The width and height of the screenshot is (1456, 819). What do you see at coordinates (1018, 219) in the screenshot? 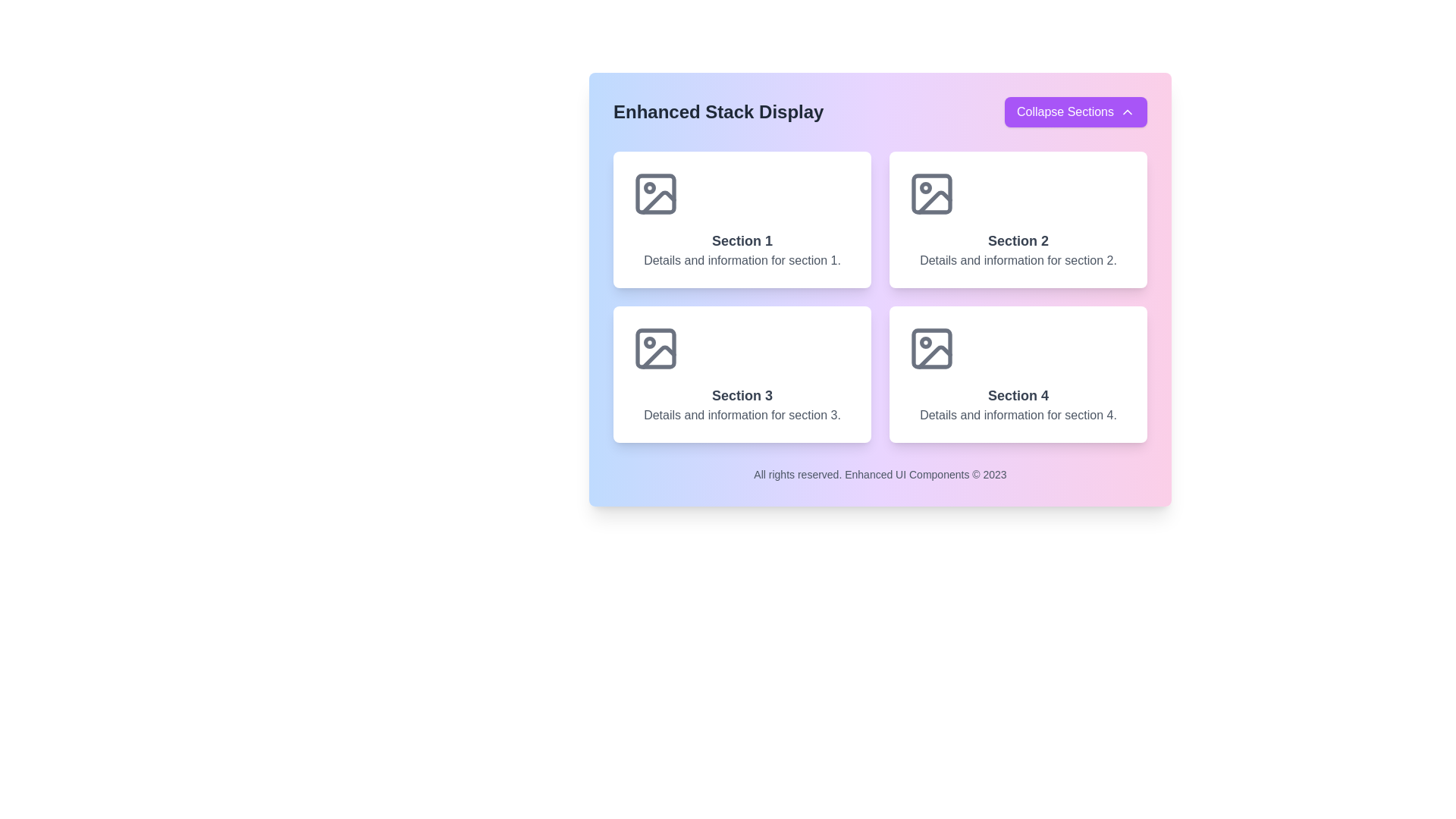
I see `the information card located in the top-right corner of the 2x2 grid layout for navigation or selection` at bounding box center [1018, 219].